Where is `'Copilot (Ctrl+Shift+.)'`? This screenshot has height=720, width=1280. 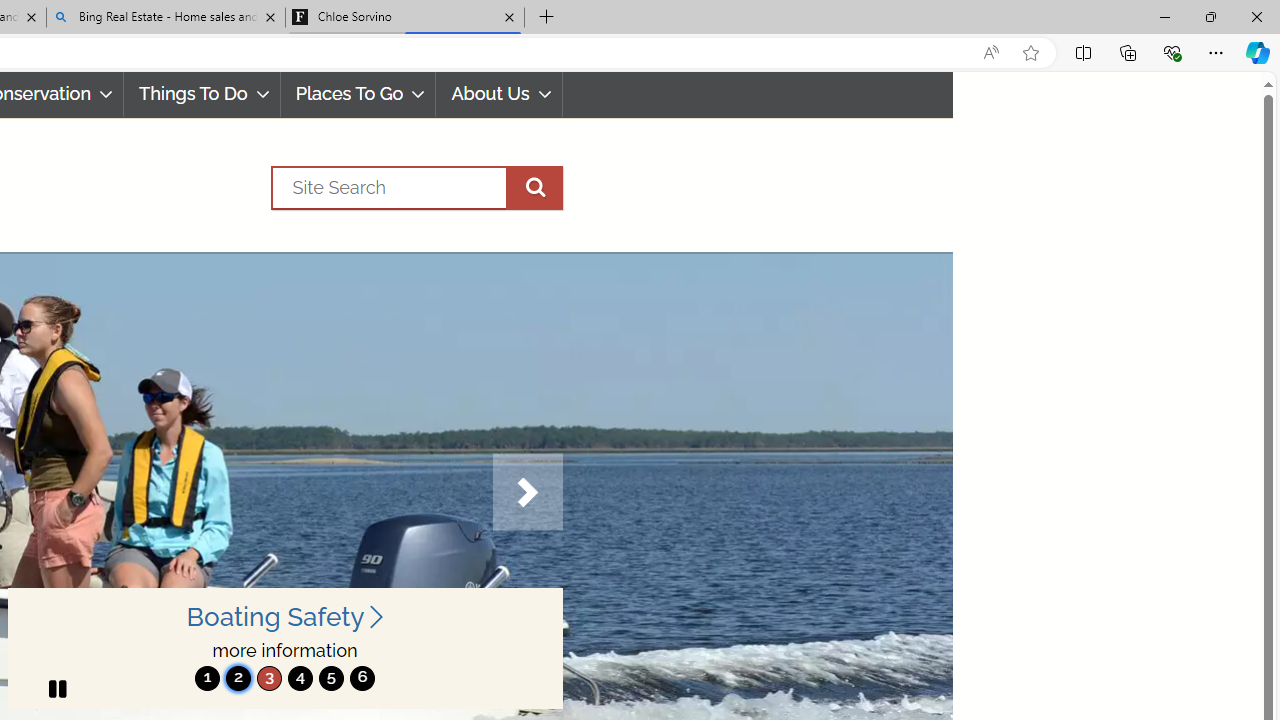
'Copilot (Ctrl+Shift+.)' is located at coordinates (1257, 51).